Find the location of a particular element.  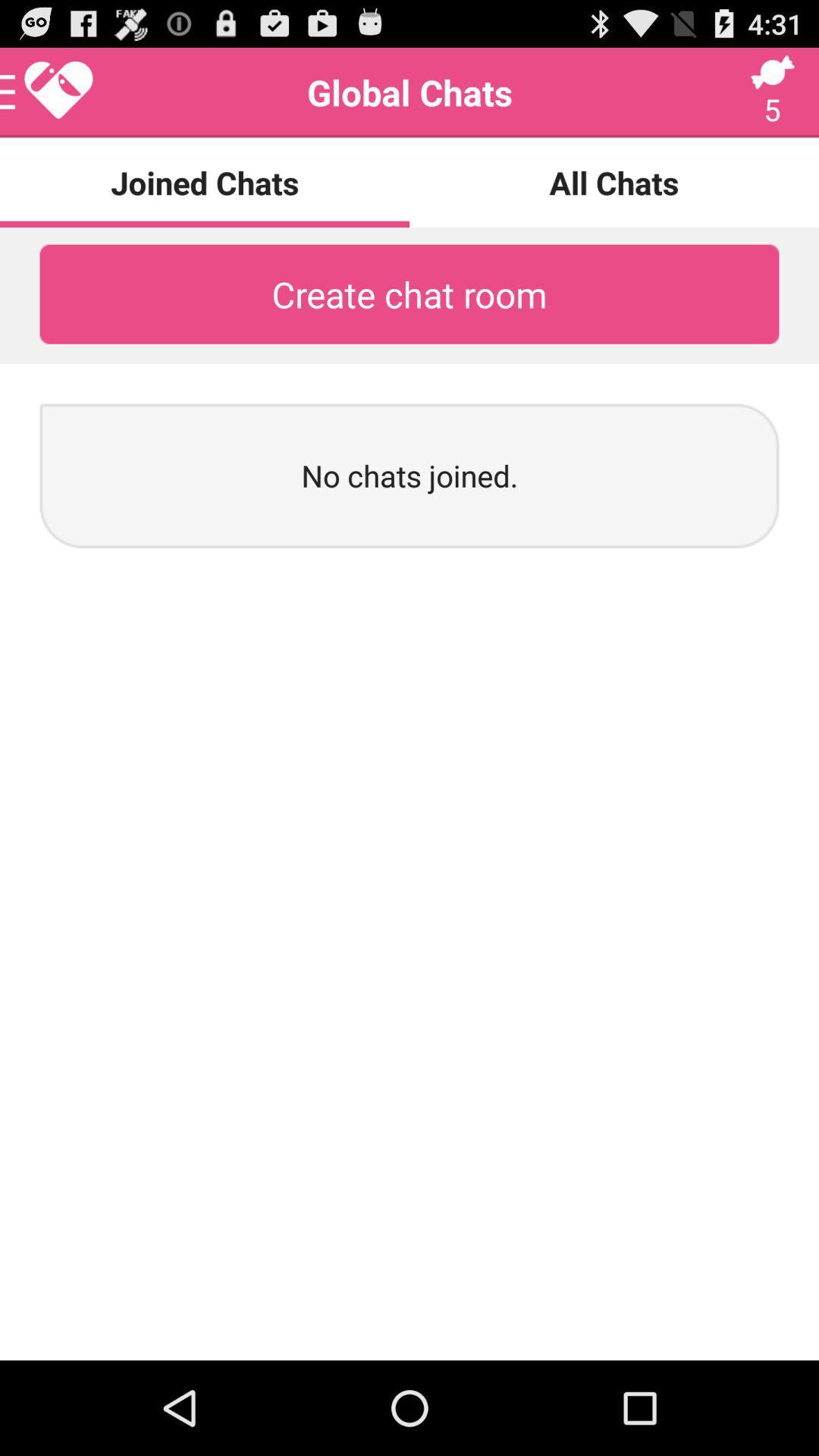

the icon next to all chats icon is located at coordinates (46, 92).